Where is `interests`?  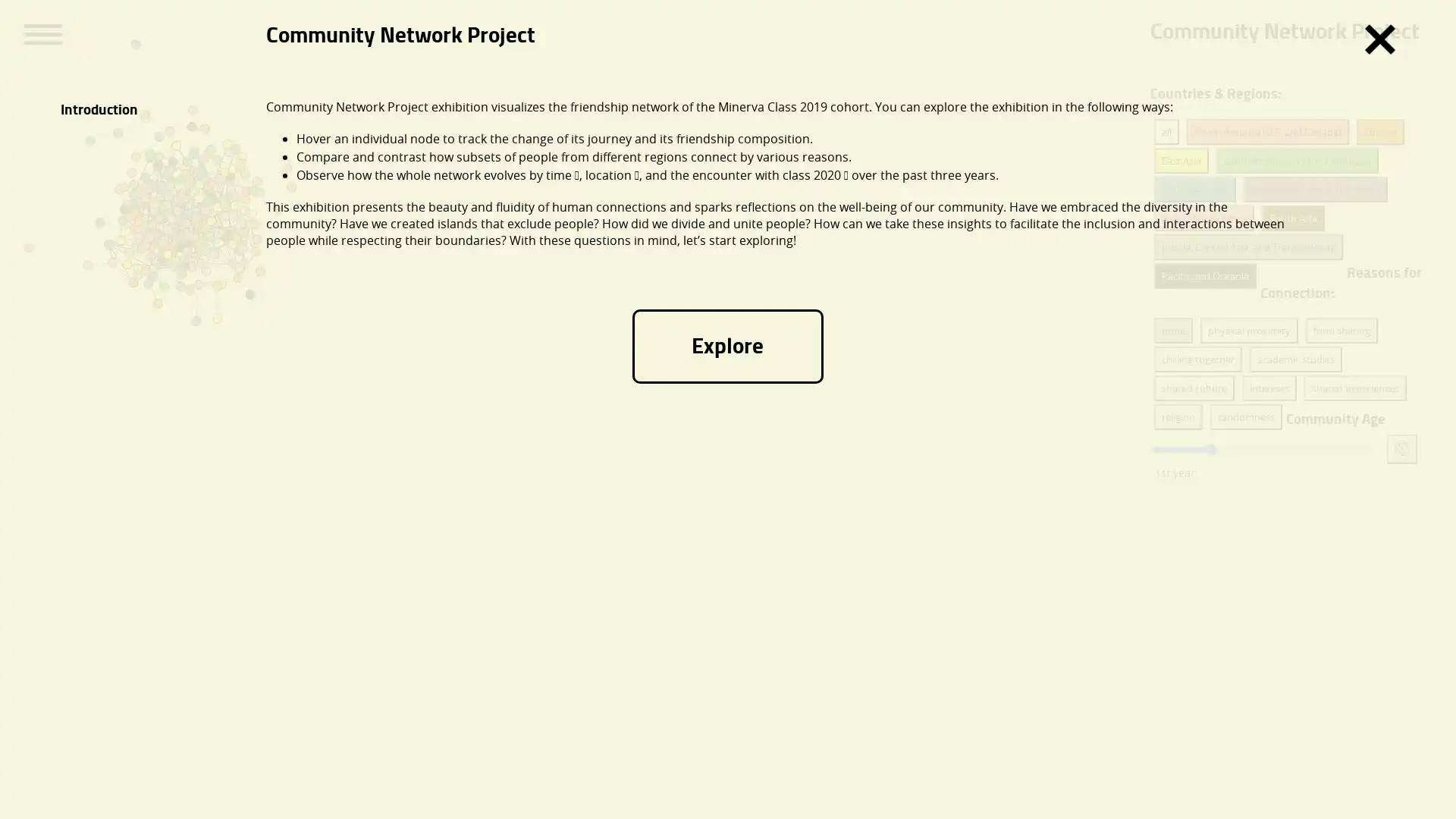 interests is located at coordinates (1269, 388).